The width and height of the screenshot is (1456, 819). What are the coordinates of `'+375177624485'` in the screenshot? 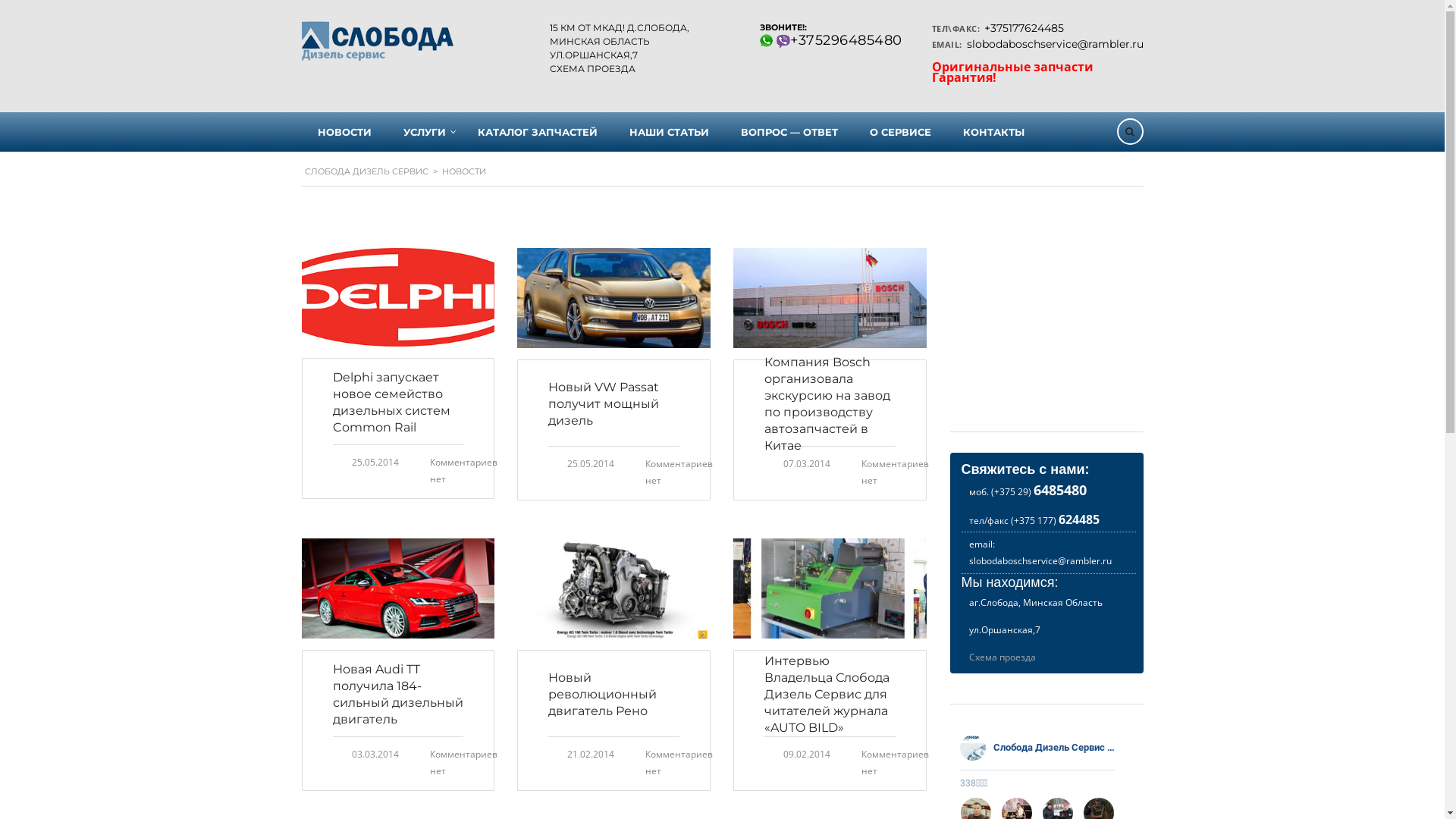 It's located at (984, 28).